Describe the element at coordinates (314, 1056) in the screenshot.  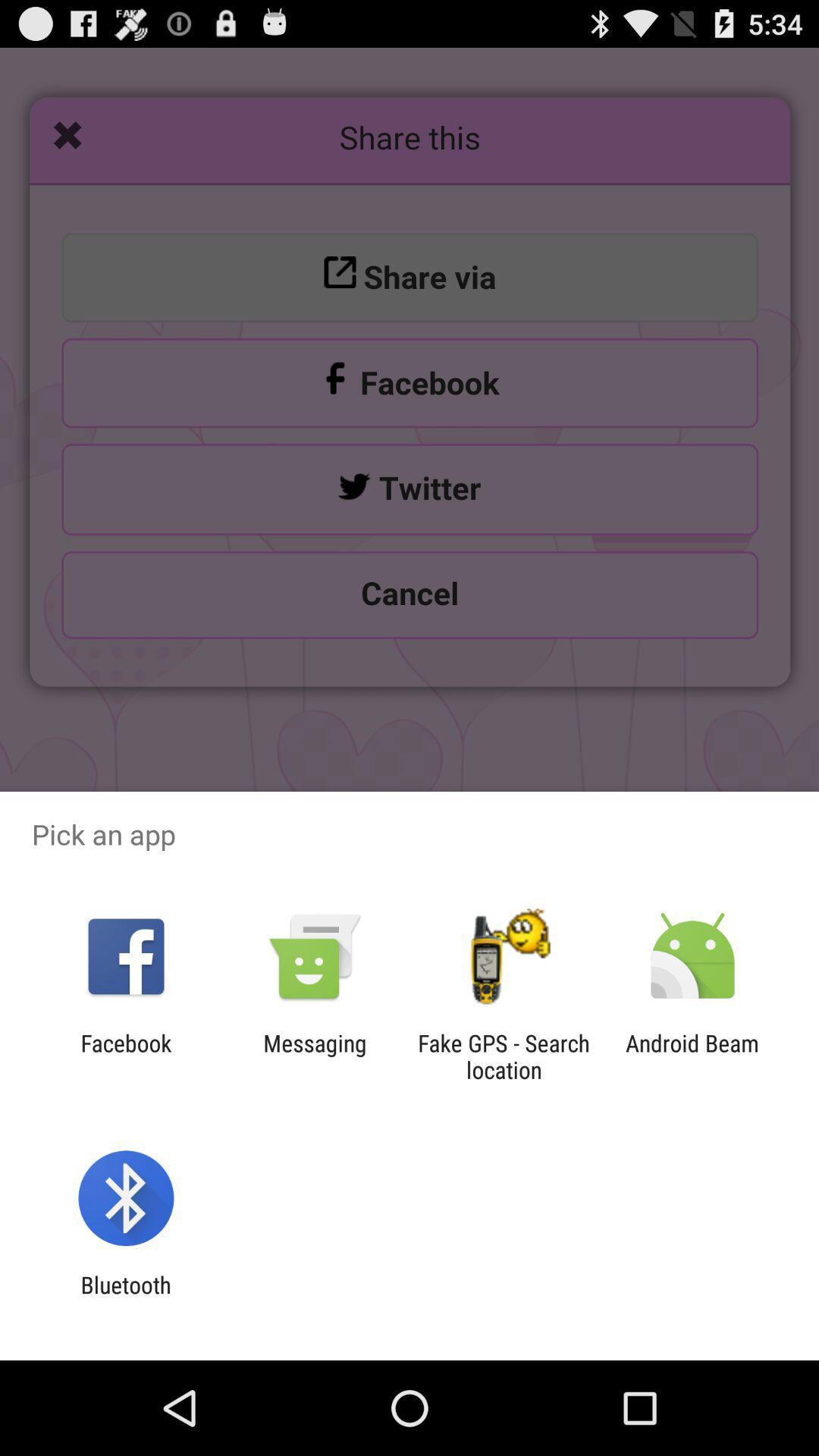
I see `app to the left of the fake gps search app` at that location.